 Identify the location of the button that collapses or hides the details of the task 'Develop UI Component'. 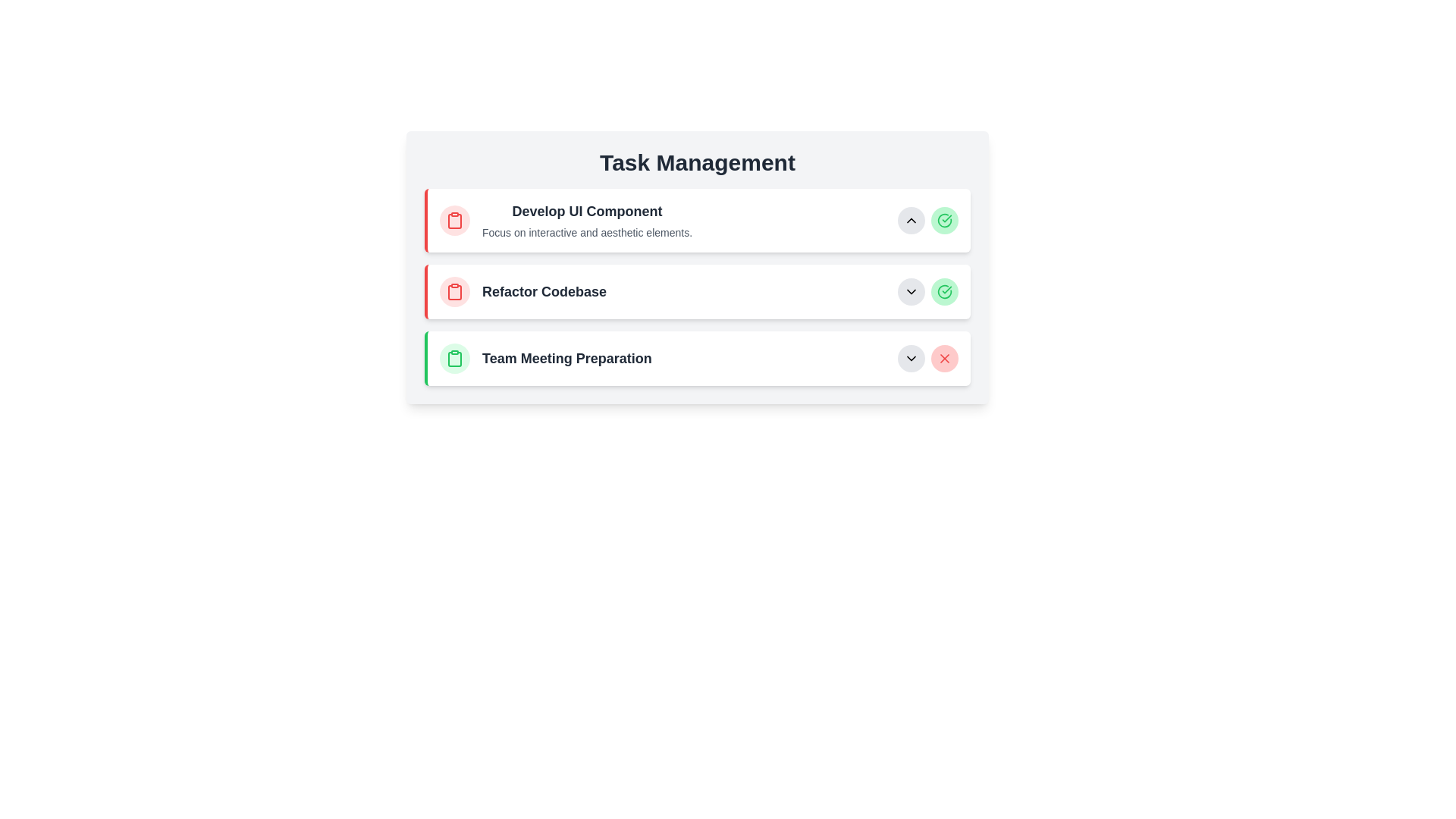
(910, 220).